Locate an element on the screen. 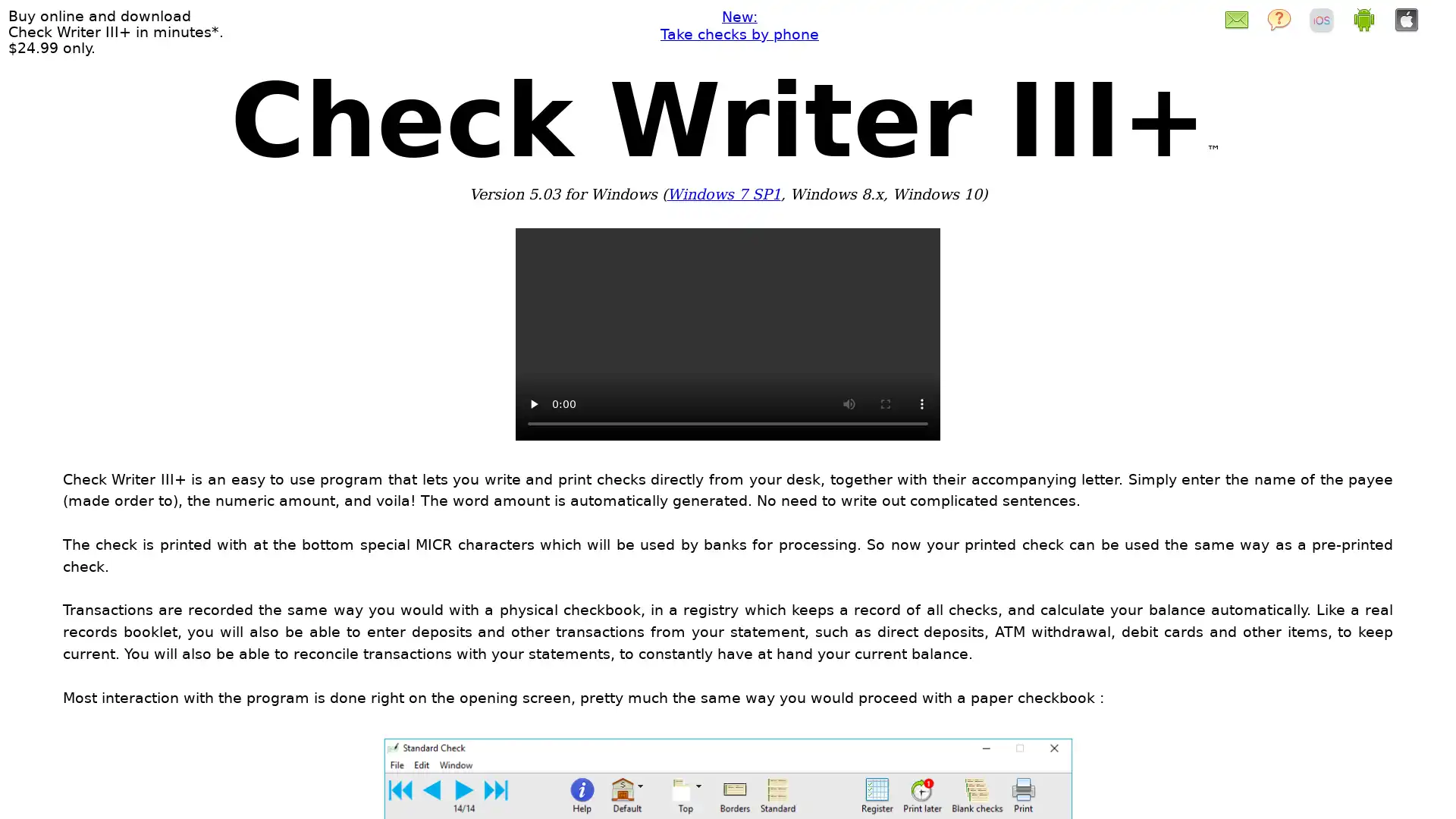 The image size is (1456, 819). enter full screen is located at coordinates (885, 403).